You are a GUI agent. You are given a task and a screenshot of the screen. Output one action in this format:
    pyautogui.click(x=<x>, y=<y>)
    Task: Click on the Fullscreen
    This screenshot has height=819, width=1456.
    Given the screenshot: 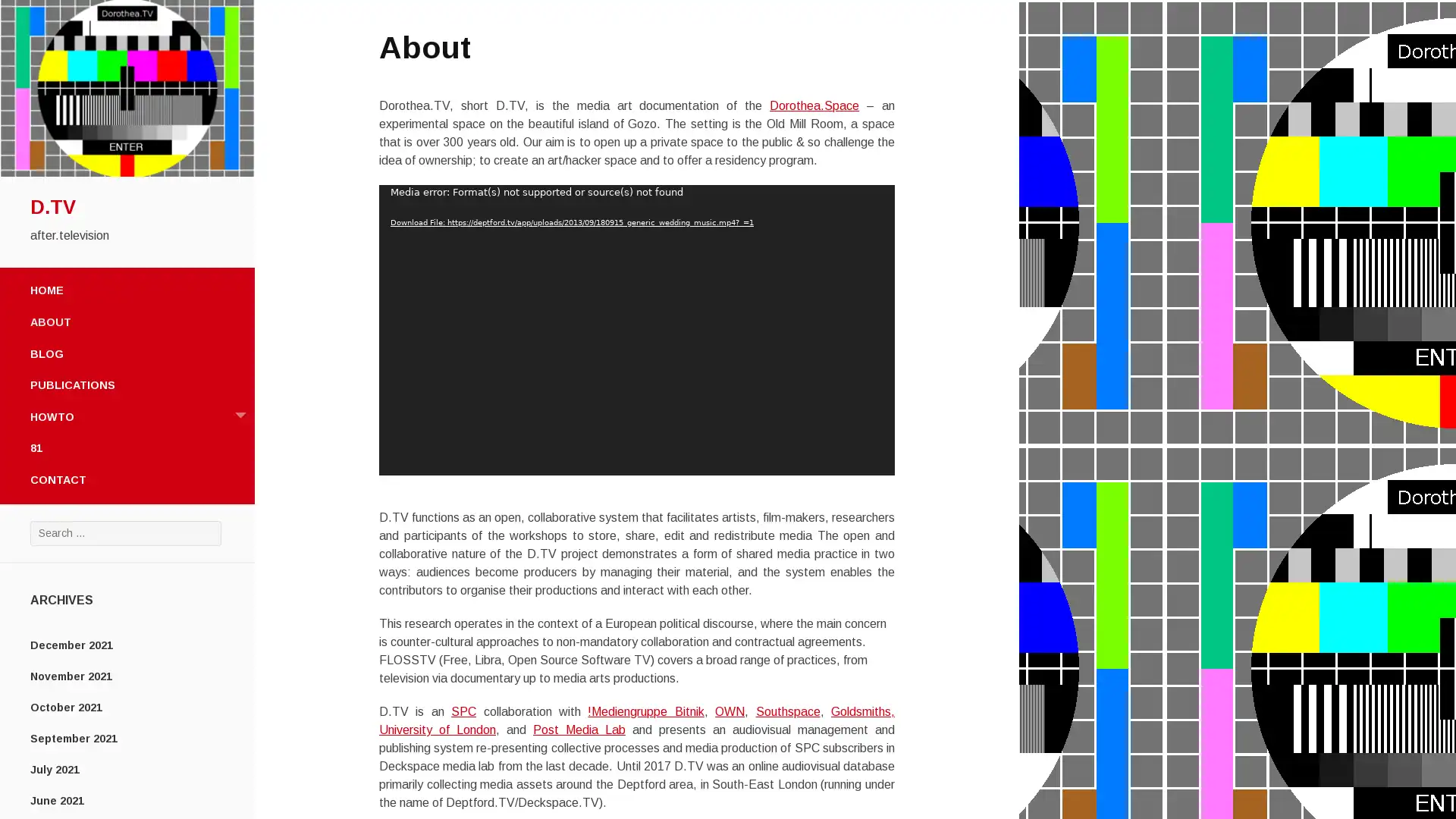 What is the action you would take?
    pyautogui.click(x=874, y=458)
    